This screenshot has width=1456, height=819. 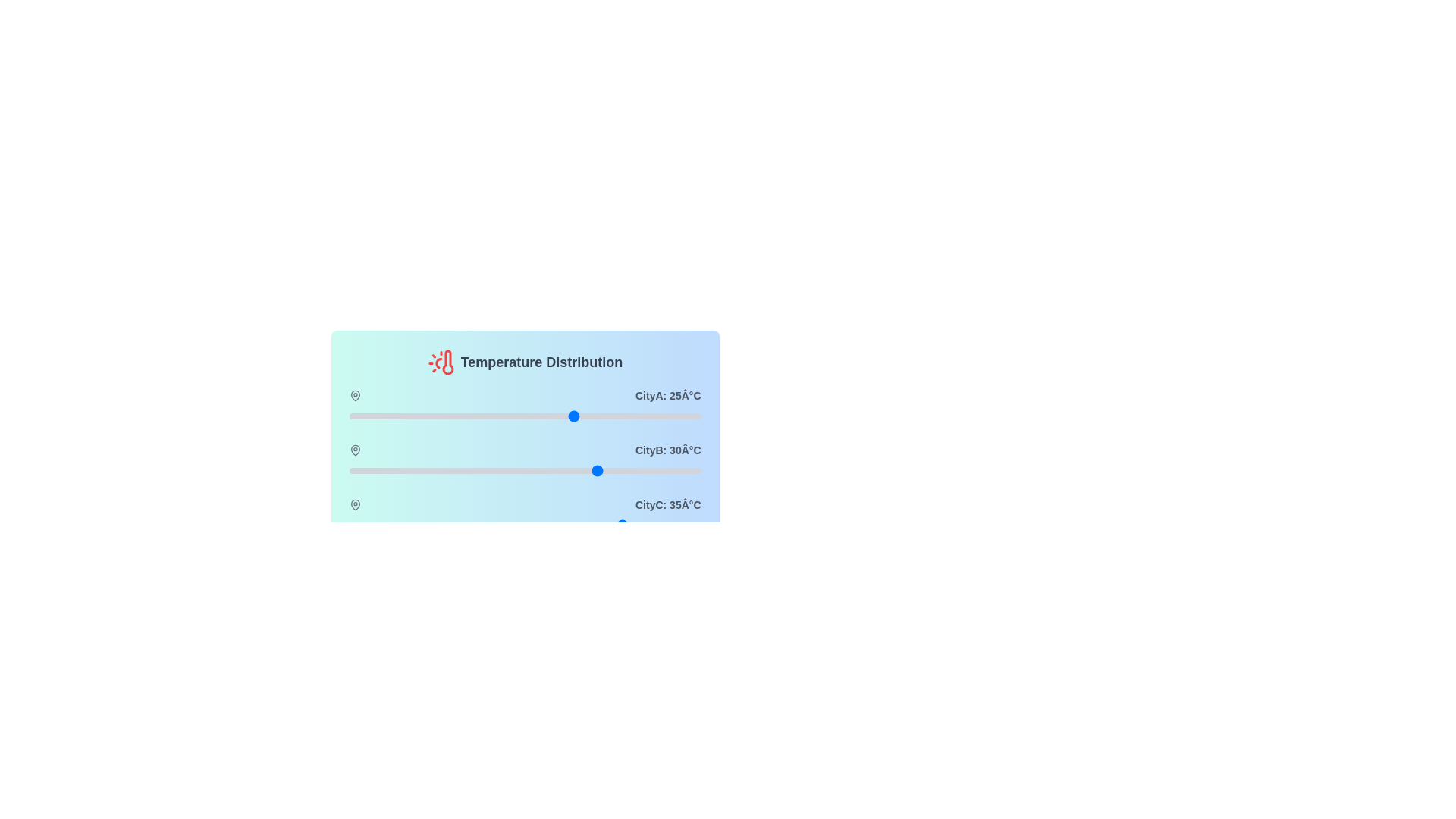 What do you see at coordinates (354, 394) in the screenshot?
I see `the map pin icon for CityA` at bounding box center [354, 394].